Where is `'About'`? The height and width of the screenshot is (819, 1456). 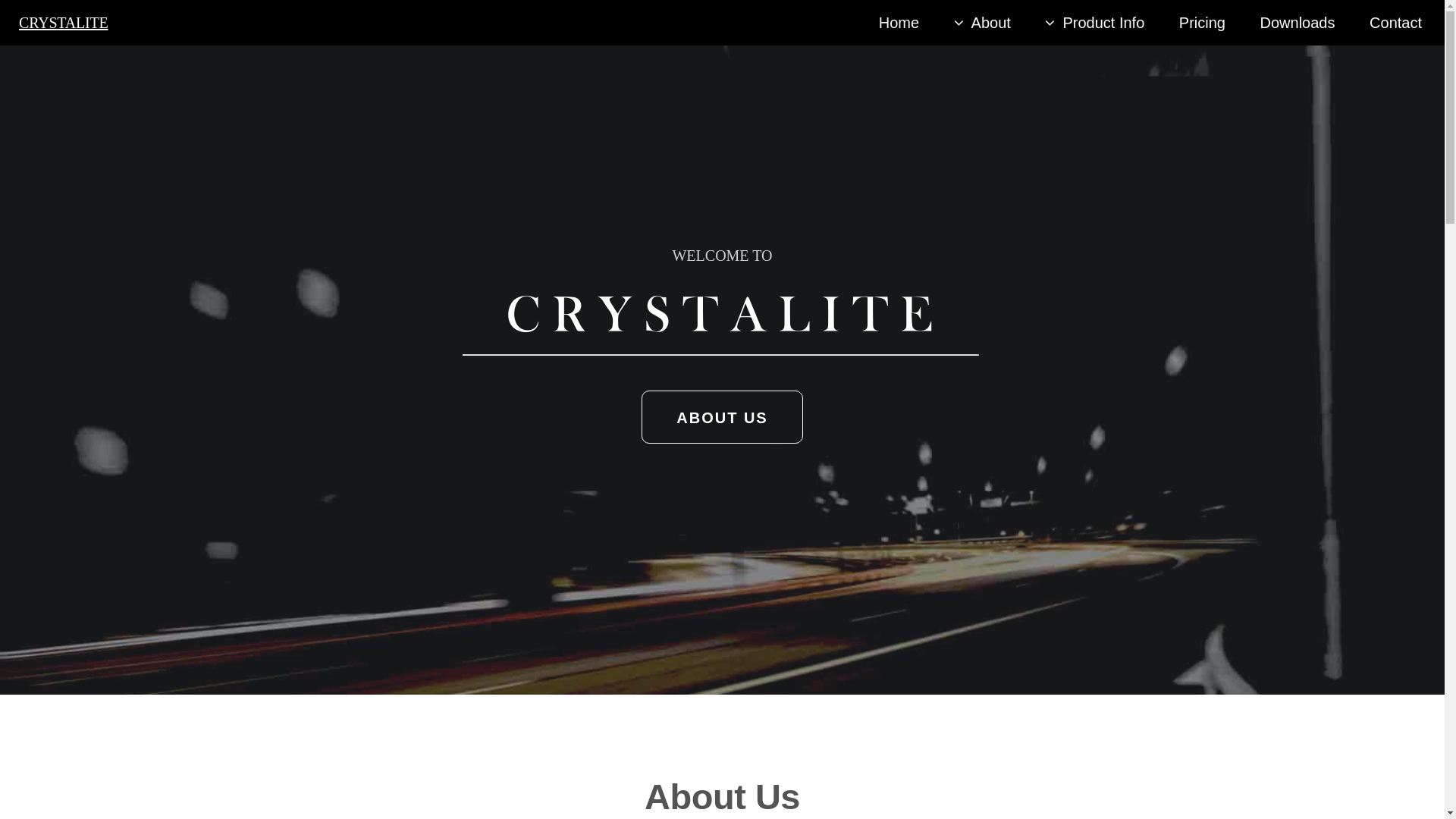
'About' is located at coordinates (982, 23).